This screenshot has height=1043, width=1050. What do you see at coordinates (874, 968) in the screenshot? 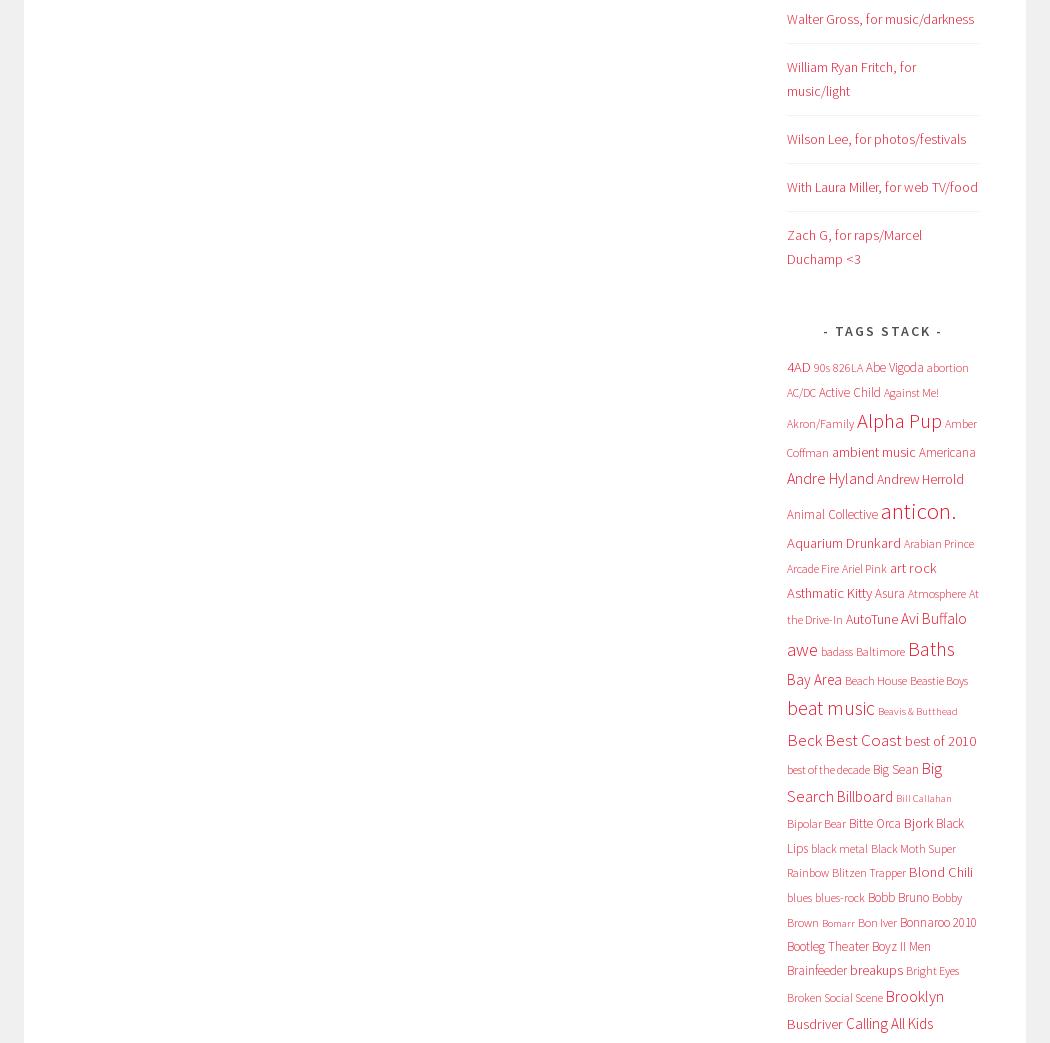
I see `'breakups'` at bounding box center [874, 968].